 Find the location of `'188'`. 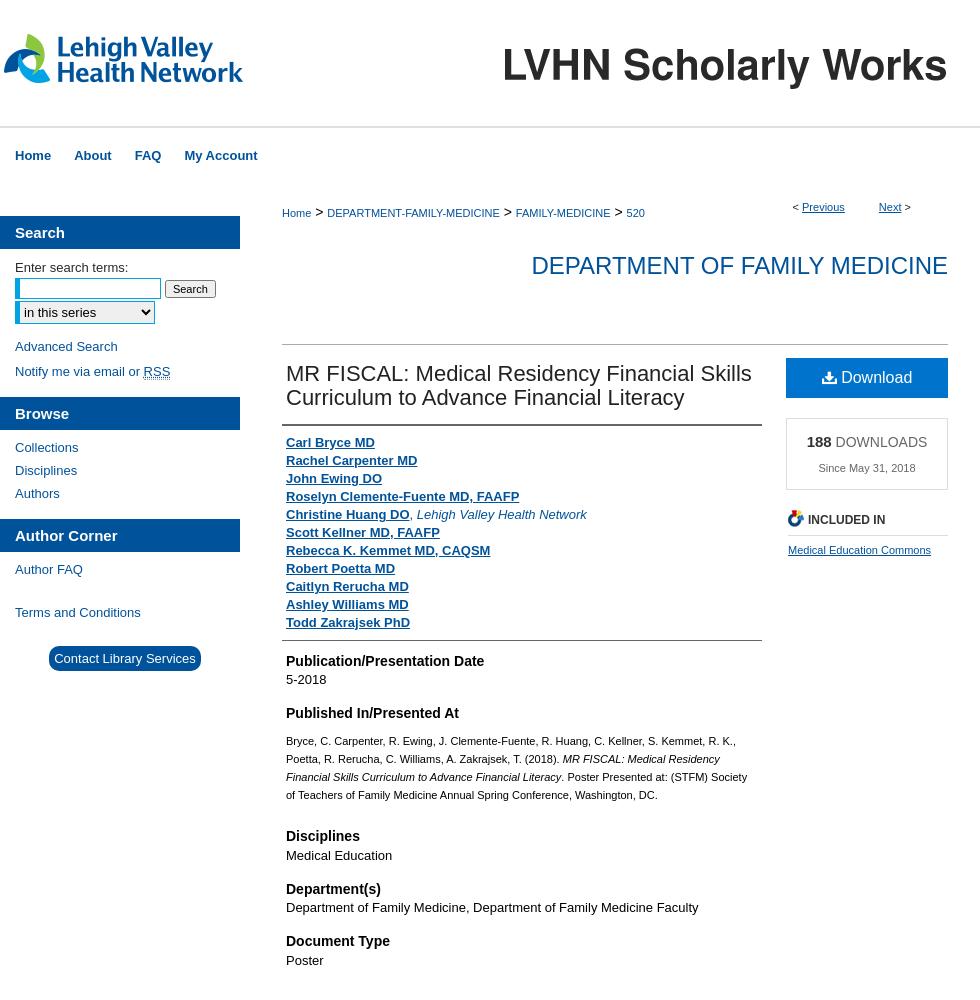

'188' is located at coordinates (805, 439).